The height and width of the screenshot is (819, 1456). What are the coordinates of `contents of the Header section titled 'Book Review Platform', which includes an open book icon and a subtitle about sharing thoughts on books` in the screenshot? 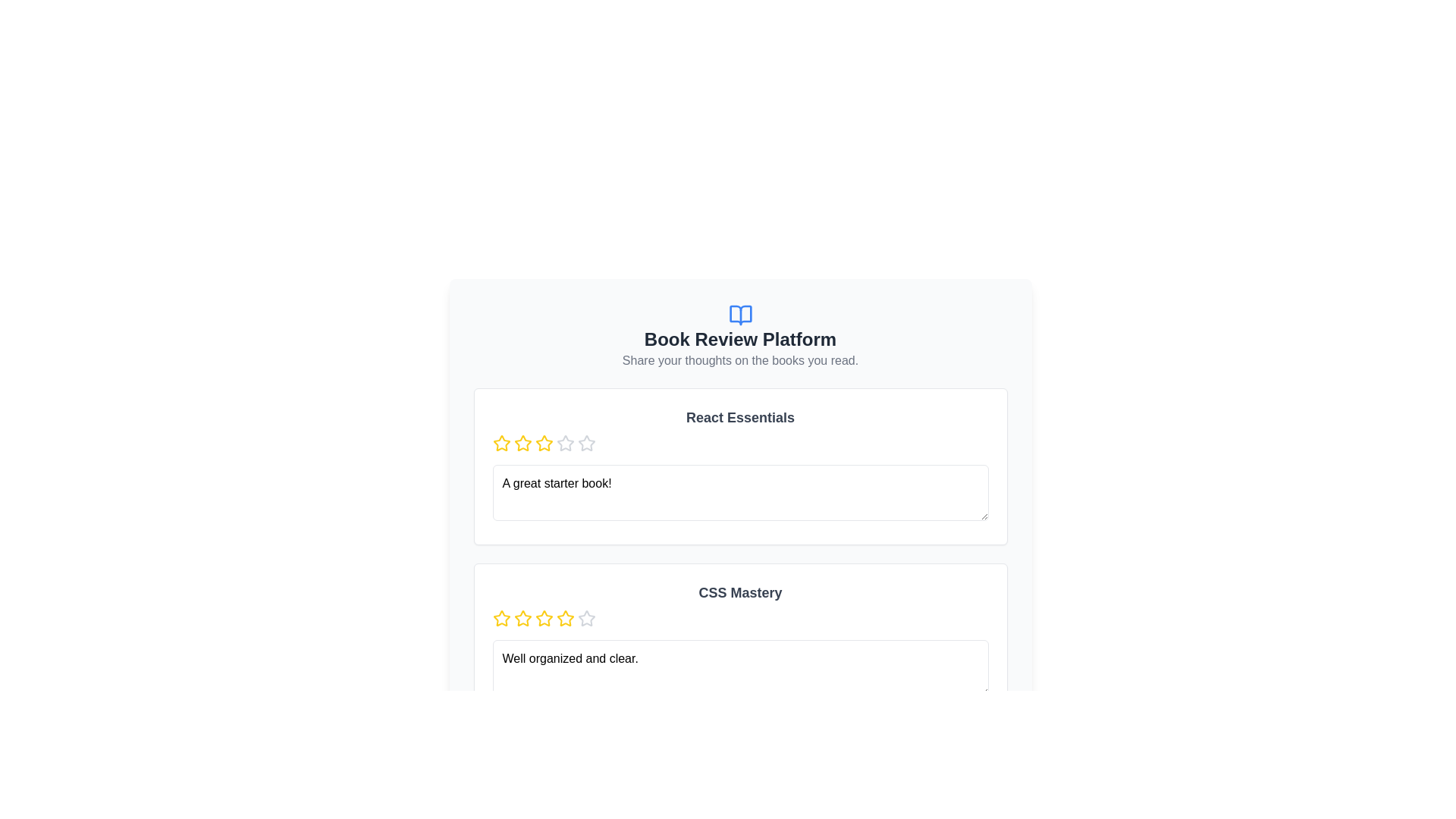 It's located at (740, 335).